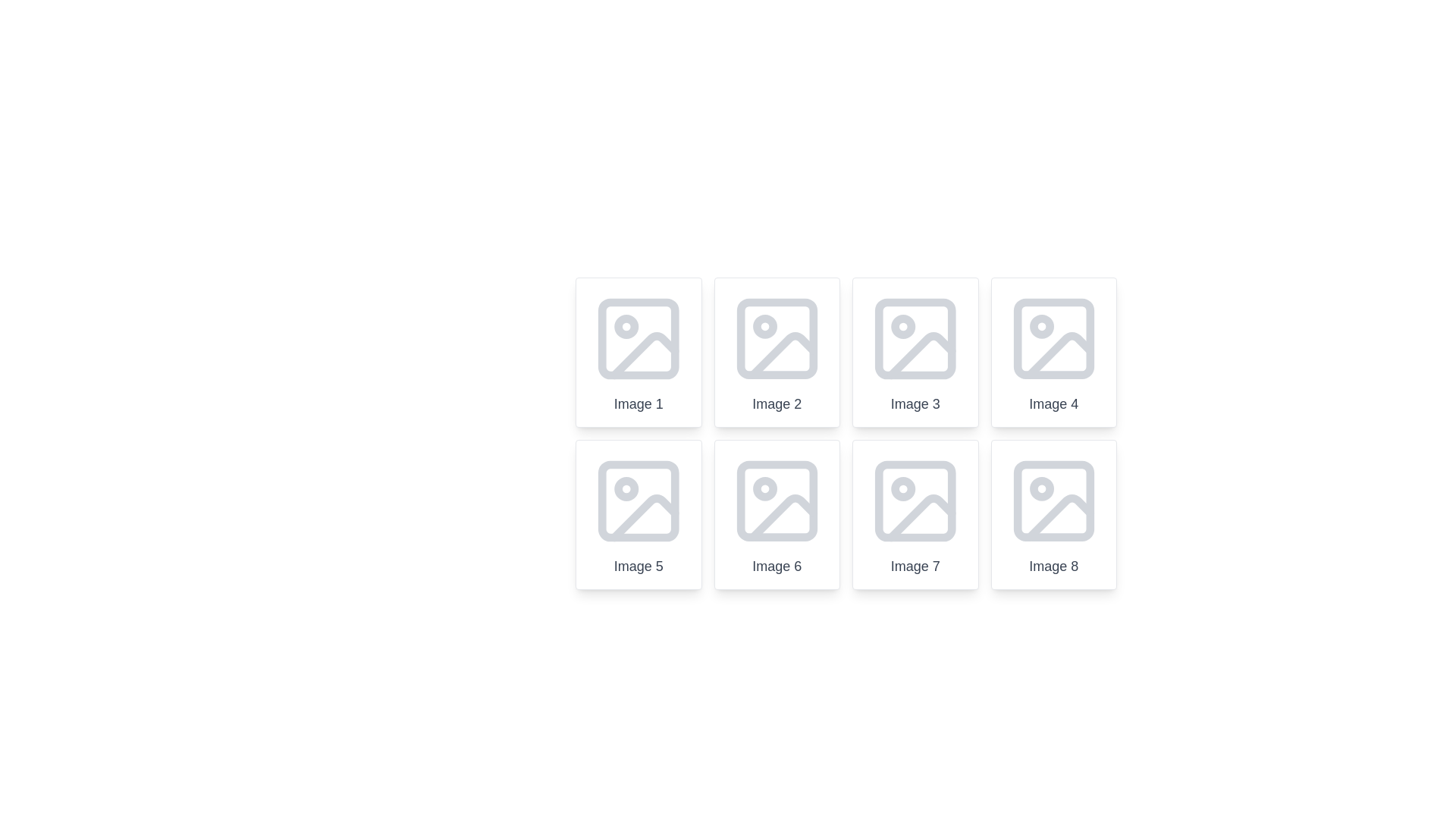 The image size is (1456, 819). I want to click on the static text label displaying 'Image 4' in a medium-sized gray font, which is located directly below the image placeholder for 'Image 4' in the top-right quadrant of the main grid structure, so click(1053, 403).